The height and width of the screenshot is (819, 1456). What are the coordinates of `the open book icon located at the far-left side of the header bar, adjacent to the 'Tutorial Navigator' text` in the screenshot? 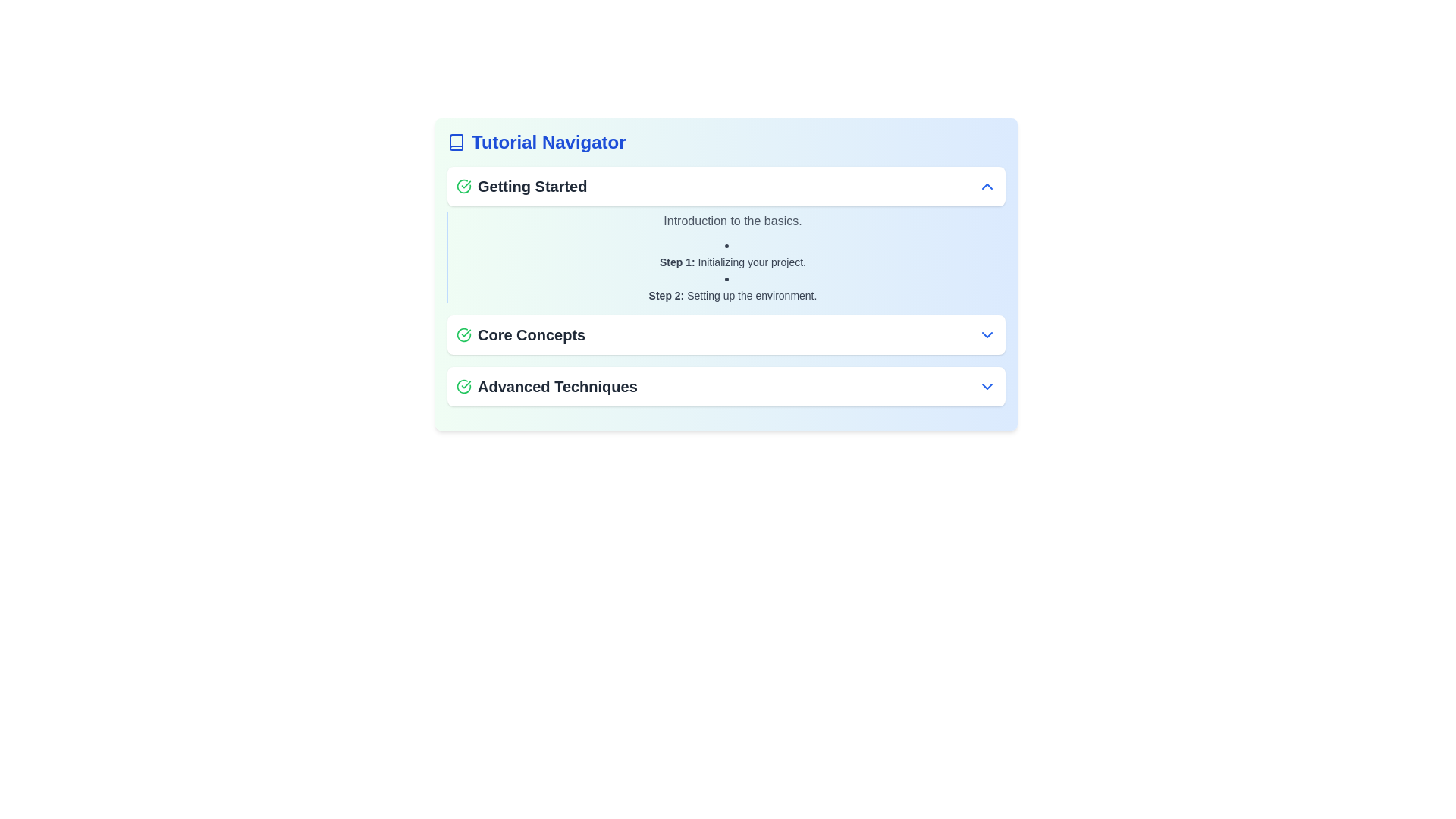 It's located at (455, 143).